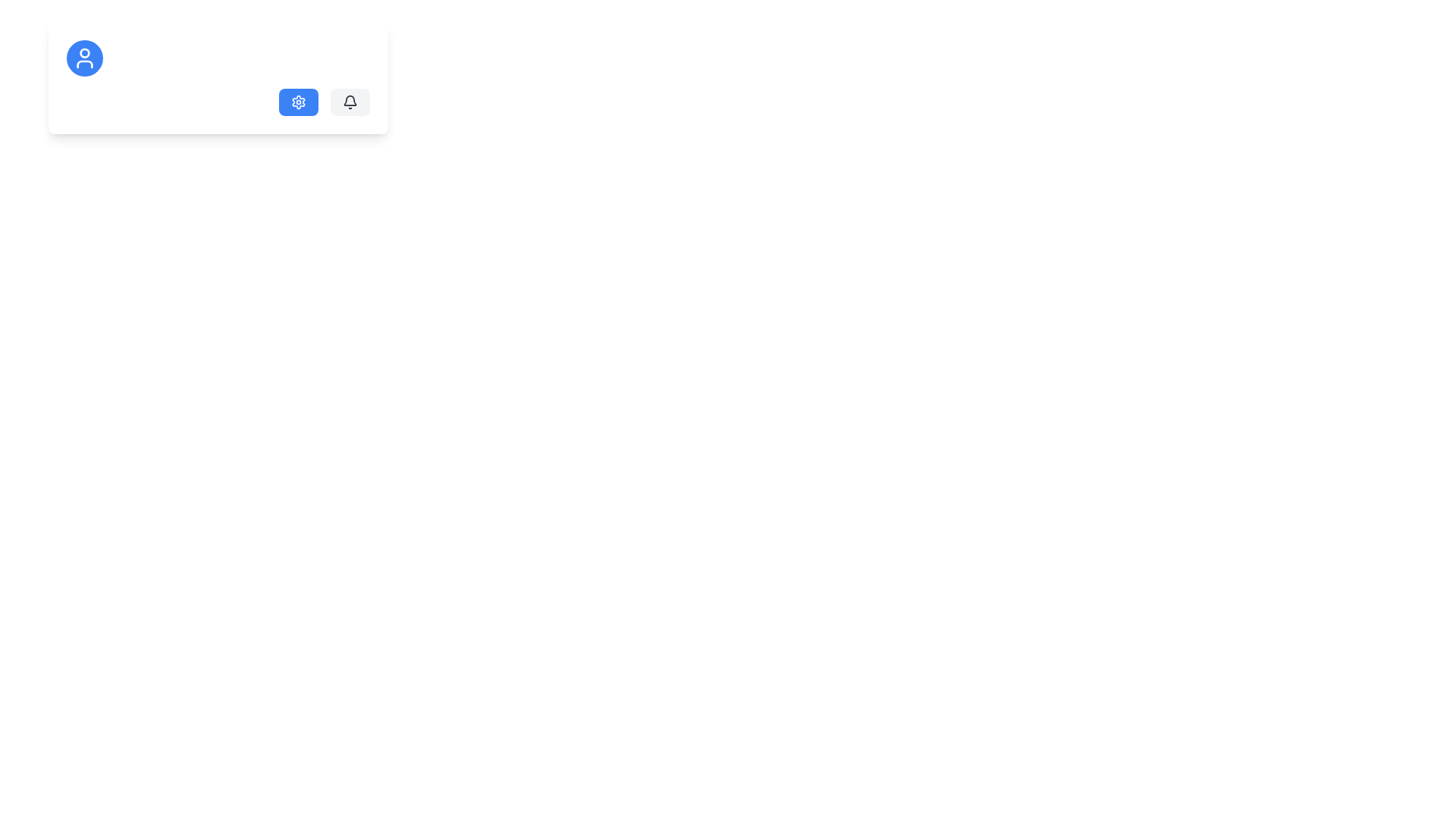 This screenshot has width=1456, height=819. I want to click on the settings icon located between the profile image and the bell icon, so click(298, 102).